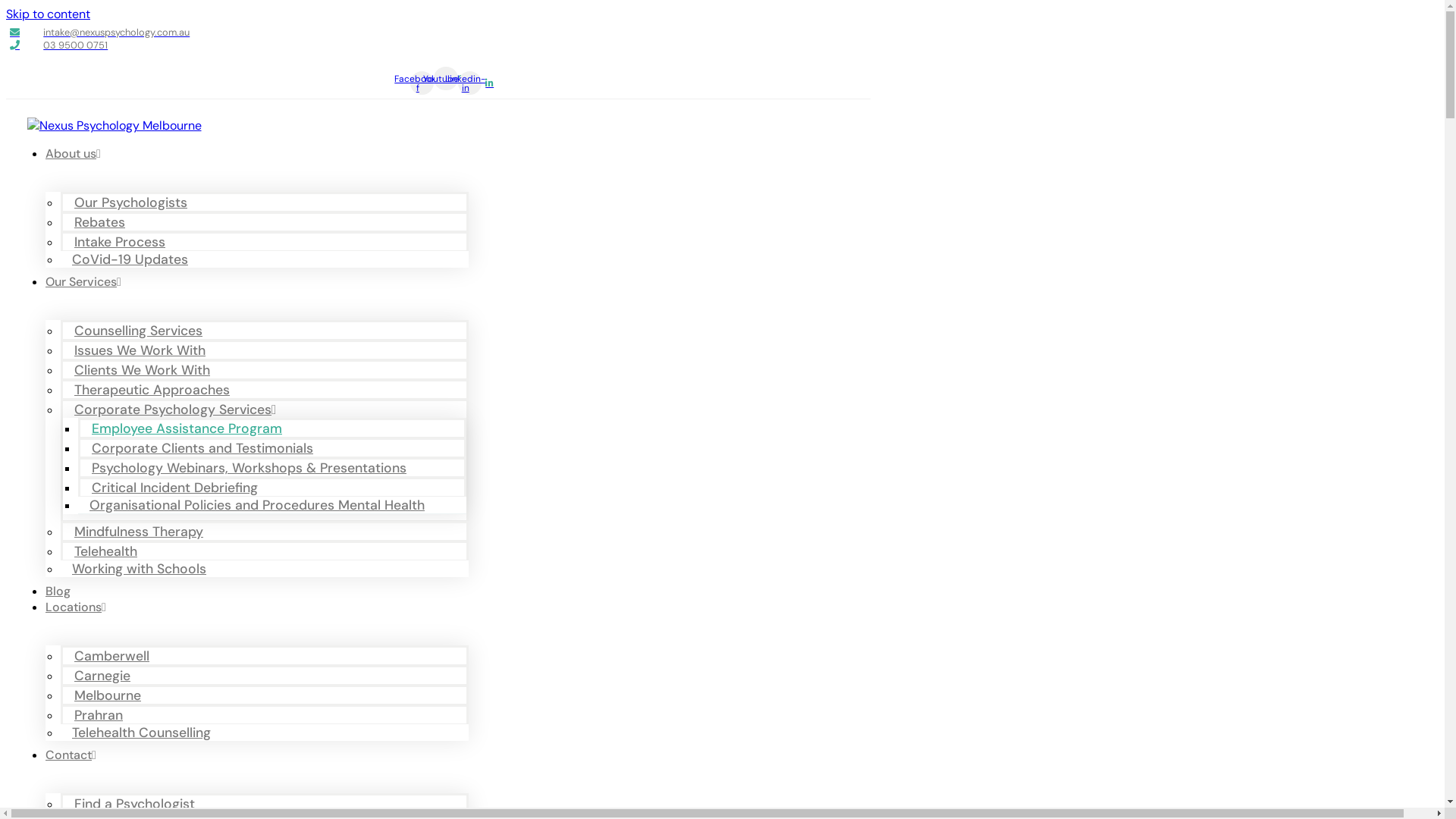 The height and width of the screenshot is (819, 1456). Describe the element at coordinates (58, 590) in the screenshot. I see `'Blog'` at that location.